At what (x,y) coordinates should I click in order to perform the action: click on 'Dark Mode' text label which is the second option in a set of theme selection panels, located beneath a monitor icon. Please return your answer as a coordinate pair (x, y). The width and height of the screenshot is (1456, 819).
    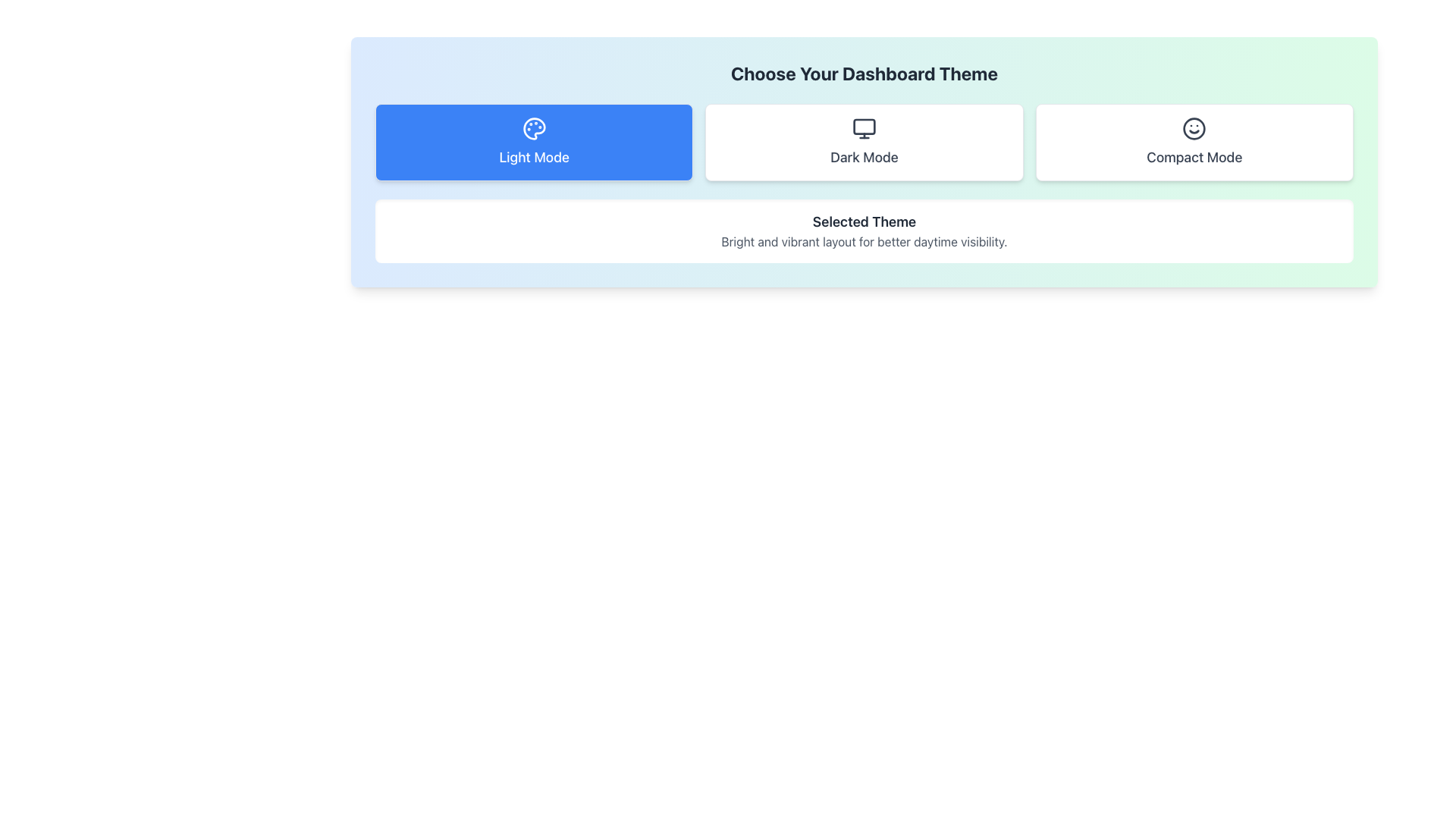
    Looking at the image, I should click on (864, 158).